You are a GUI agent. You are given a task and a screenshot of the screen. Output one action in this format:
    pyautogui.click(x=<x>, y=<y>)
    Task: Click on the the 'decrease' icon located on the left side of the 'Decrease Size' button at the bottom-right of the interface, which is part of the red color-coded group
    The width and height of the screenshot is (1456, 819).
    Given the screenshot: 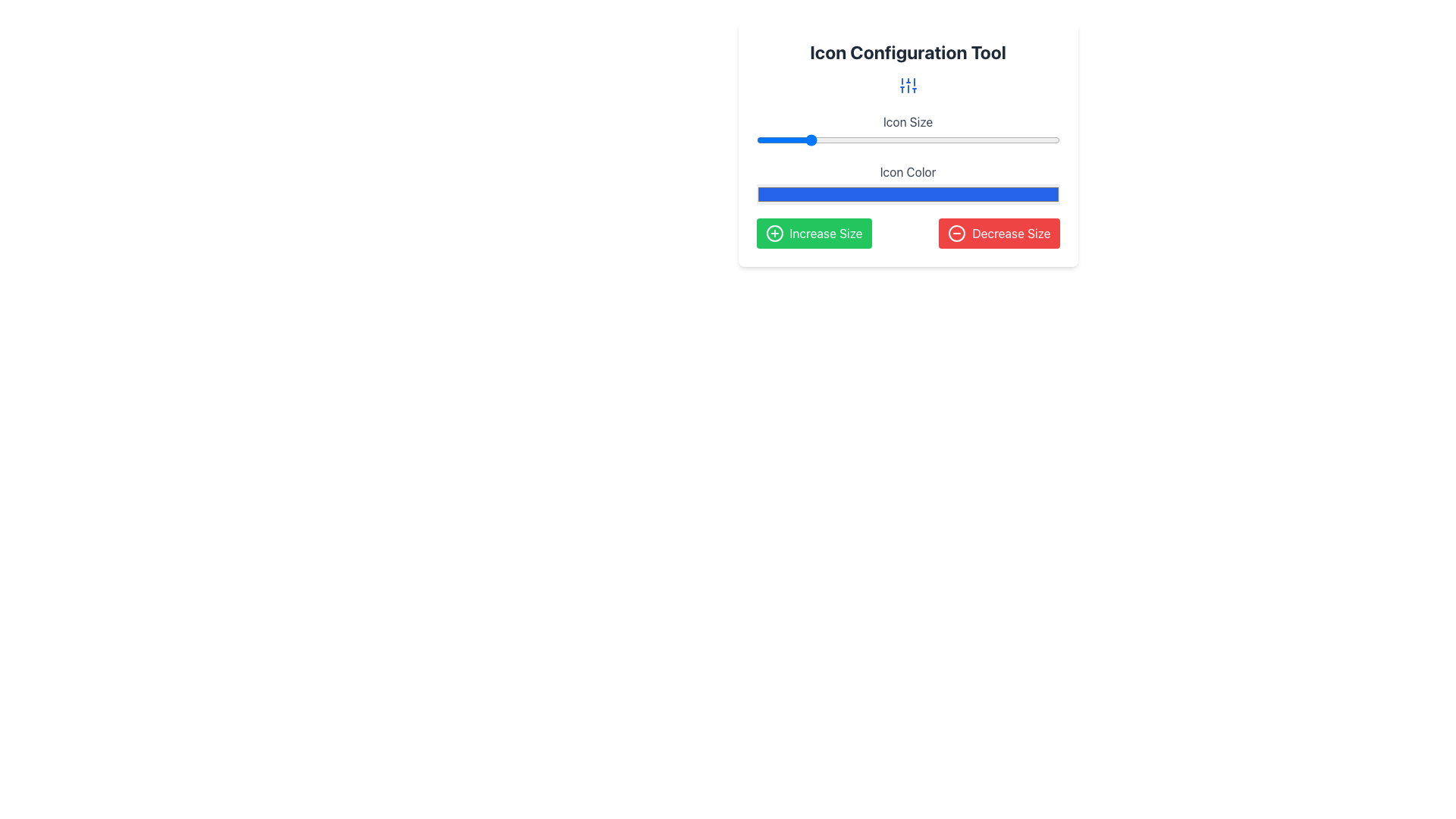 What is the action you would take?
    pyautogui.click(x=956, y=234)
    